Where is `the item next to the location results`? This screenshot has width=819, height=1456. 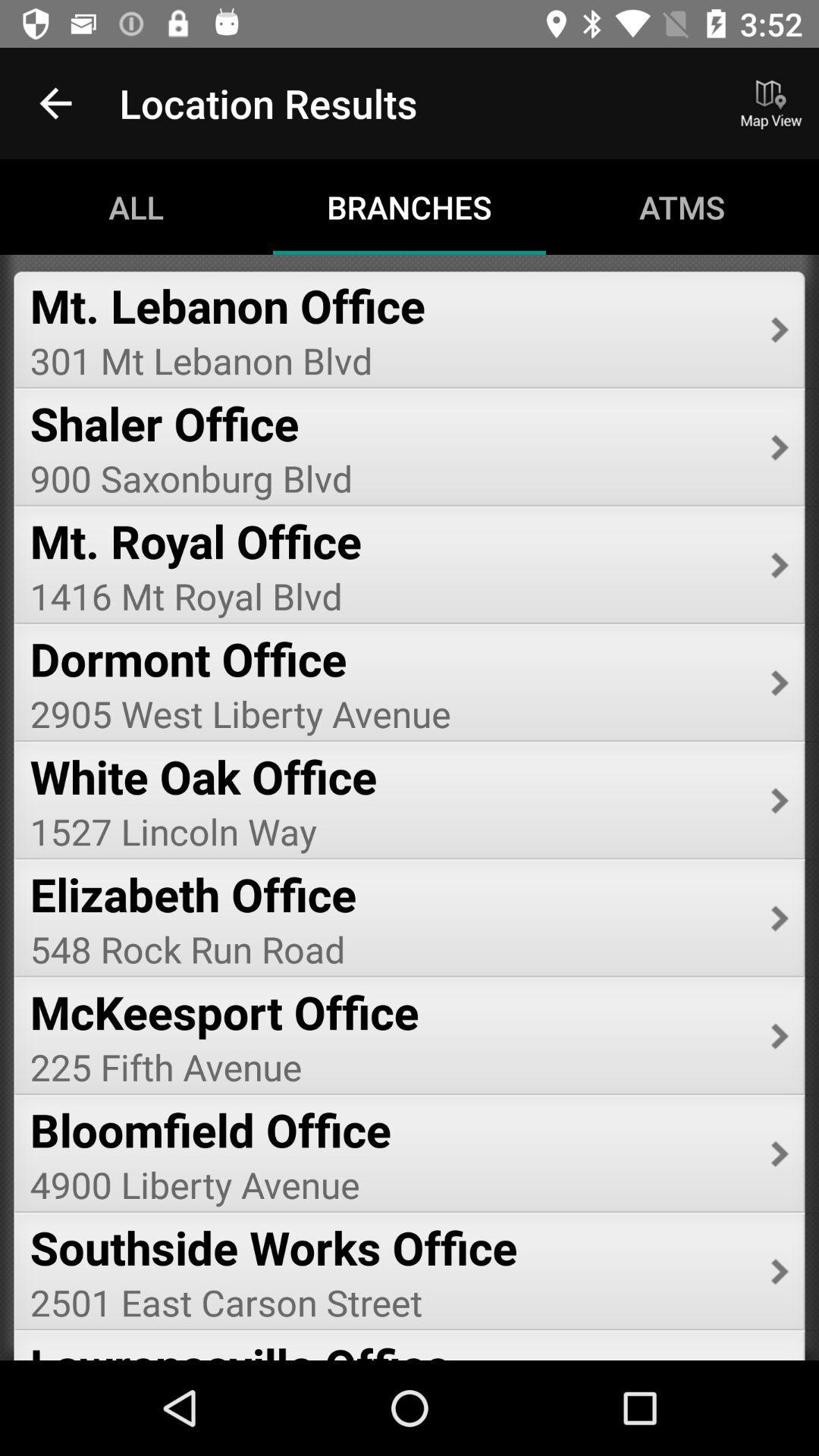 the item next to the location results is located at coordinates (55, 102).